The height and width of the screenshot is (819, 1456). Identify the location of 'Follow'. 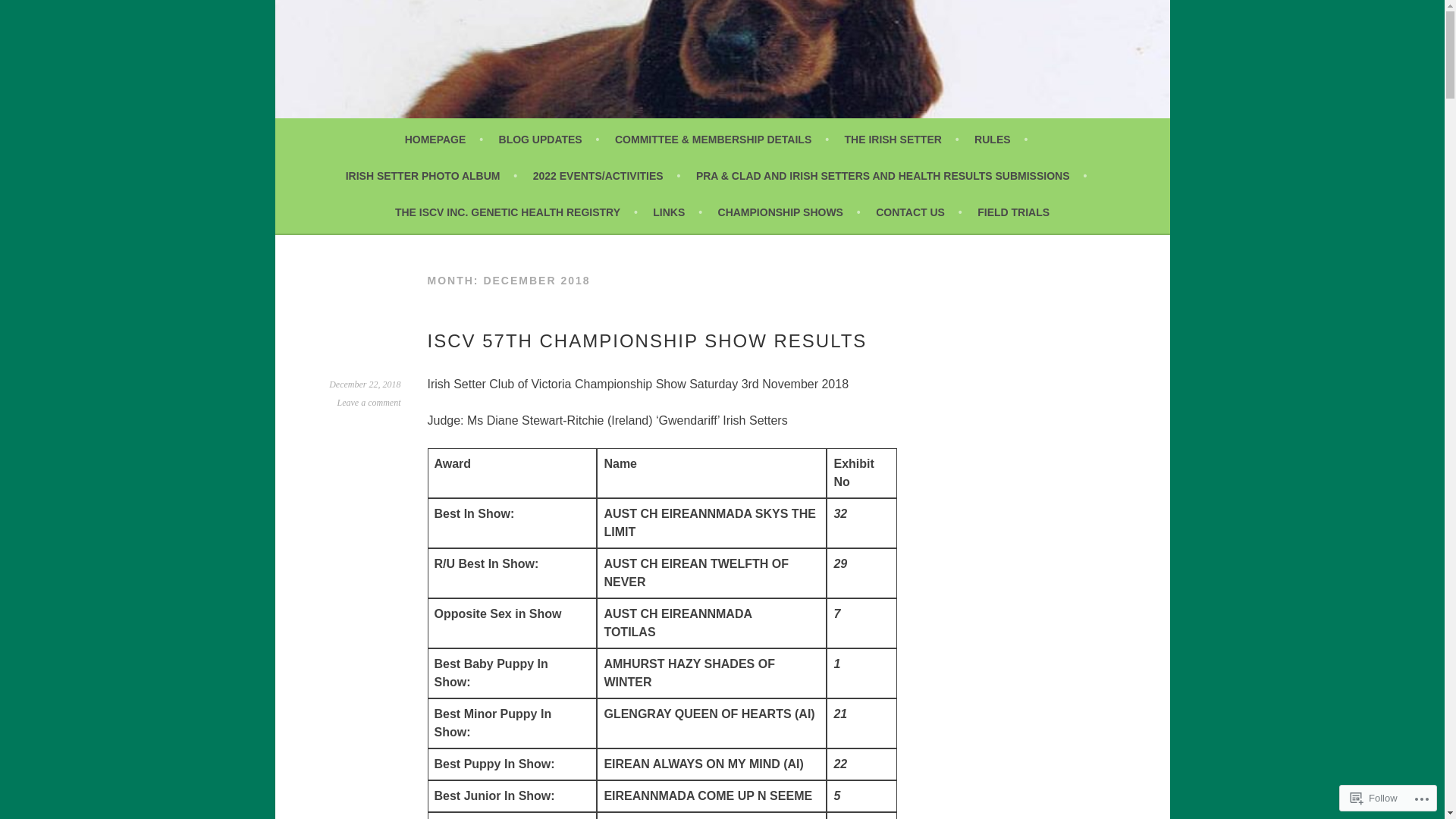
(1374, 797).